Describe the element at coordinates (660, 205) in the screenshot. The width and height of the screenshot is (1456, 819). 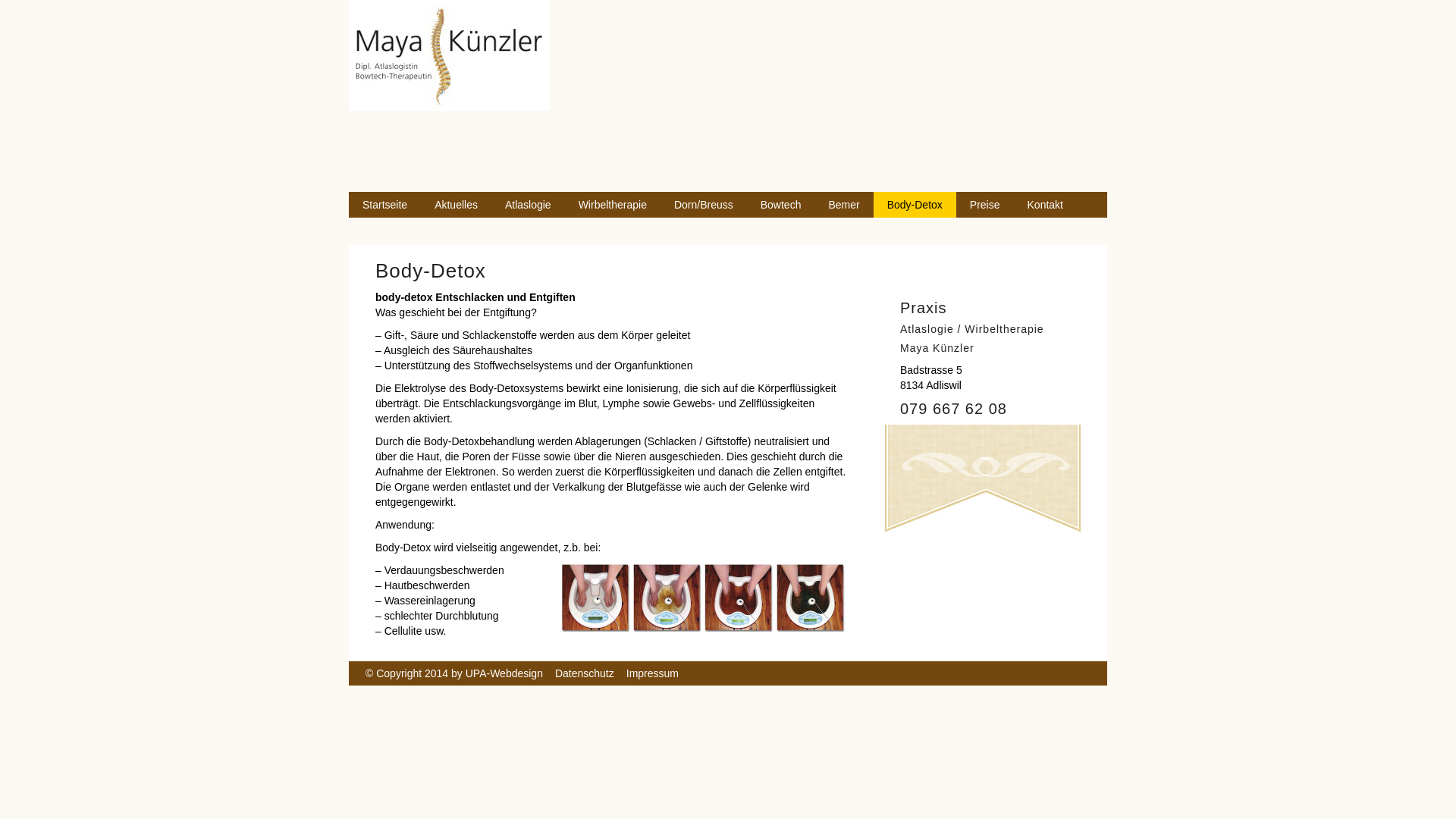
I see `'Dorn/Breuss'` at that location.